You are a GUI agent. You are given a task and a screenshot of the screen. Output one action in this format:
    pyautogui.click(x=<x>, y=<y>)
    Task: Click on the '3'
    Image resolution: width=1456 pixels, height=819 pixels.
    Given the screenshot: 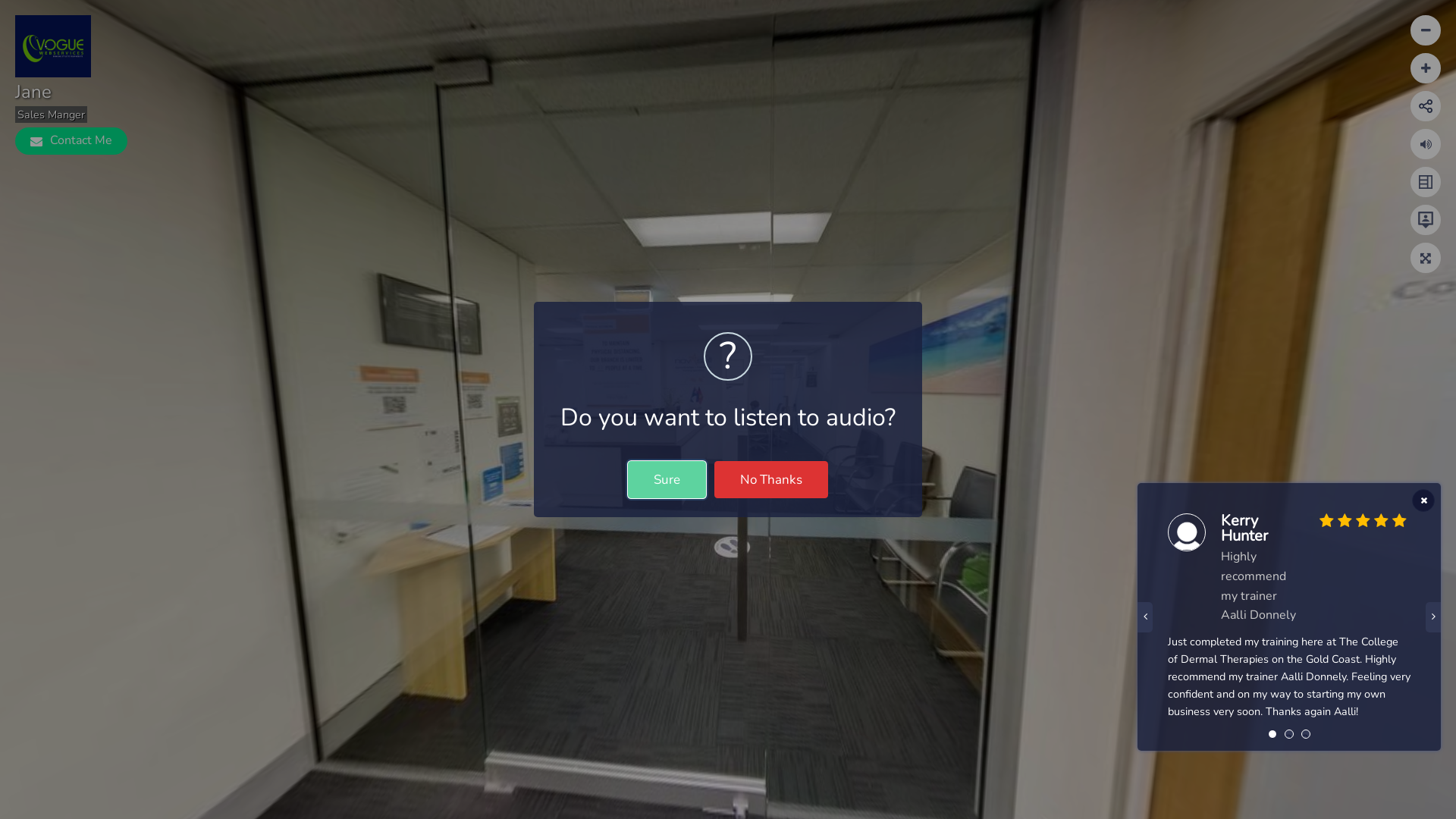 What is the action you would take?
    pyautogui.click(x=1301, y=738)
    